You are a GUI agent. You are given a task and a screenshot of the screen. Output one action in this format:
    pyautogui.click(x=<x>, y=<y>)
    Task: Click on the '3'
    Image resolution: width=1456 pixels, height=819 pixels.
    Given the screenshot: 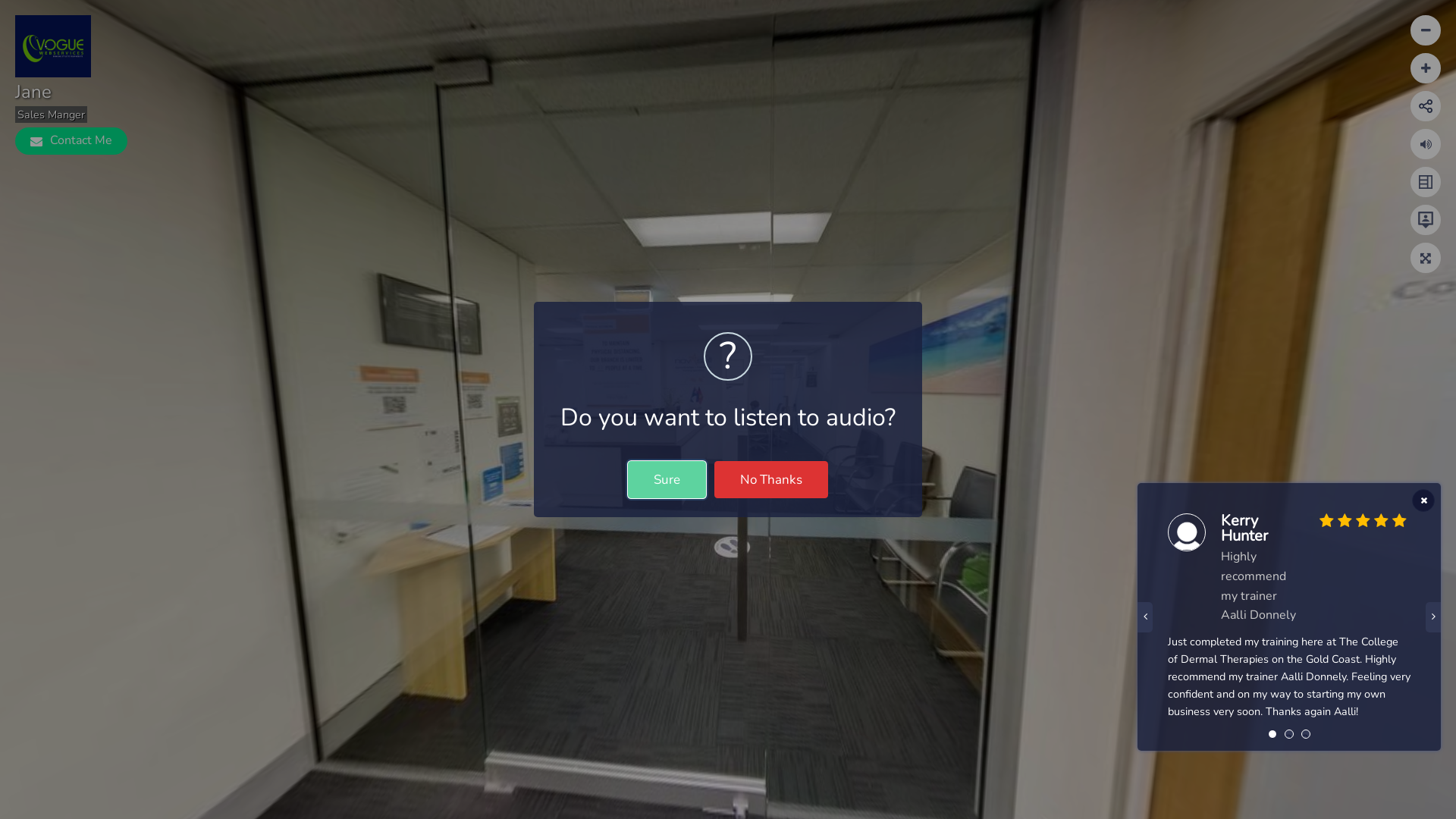 What is the action you would take?
    pyautogui.click(x=1301, y=738)
    